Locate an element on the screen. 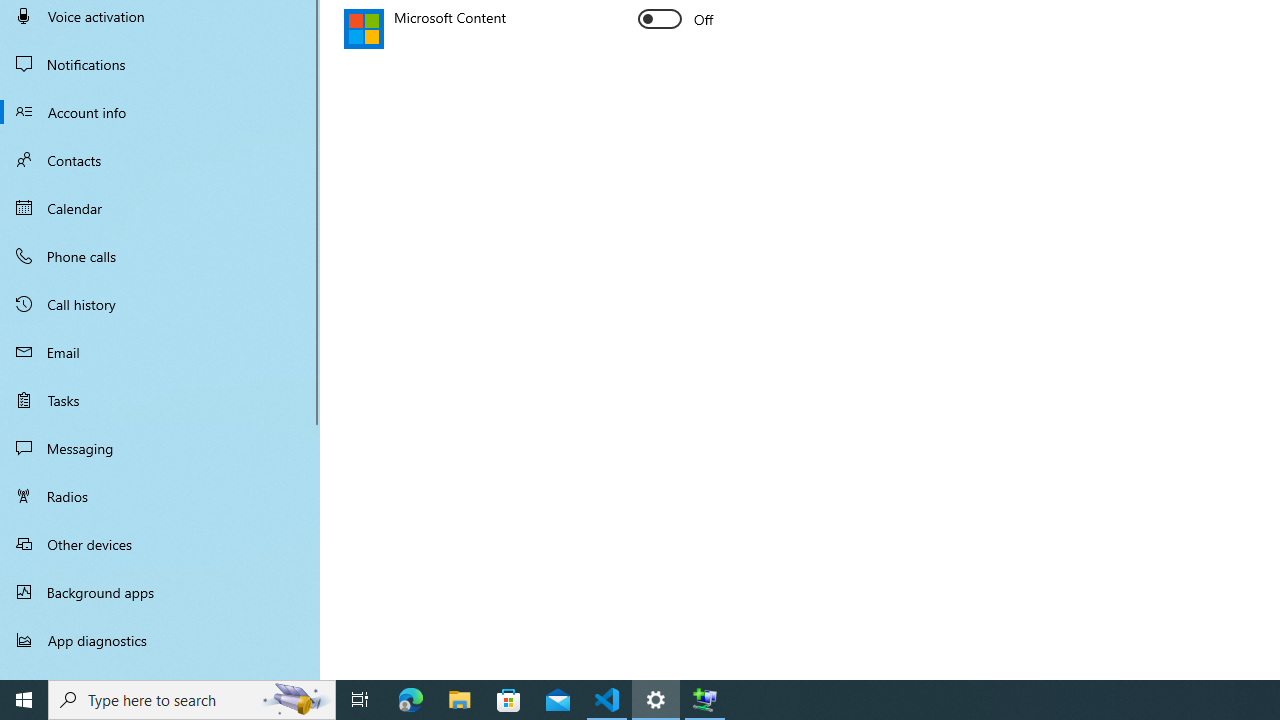  'Visual Studio Code - 1 running window' is located at coordinates (606, 698).